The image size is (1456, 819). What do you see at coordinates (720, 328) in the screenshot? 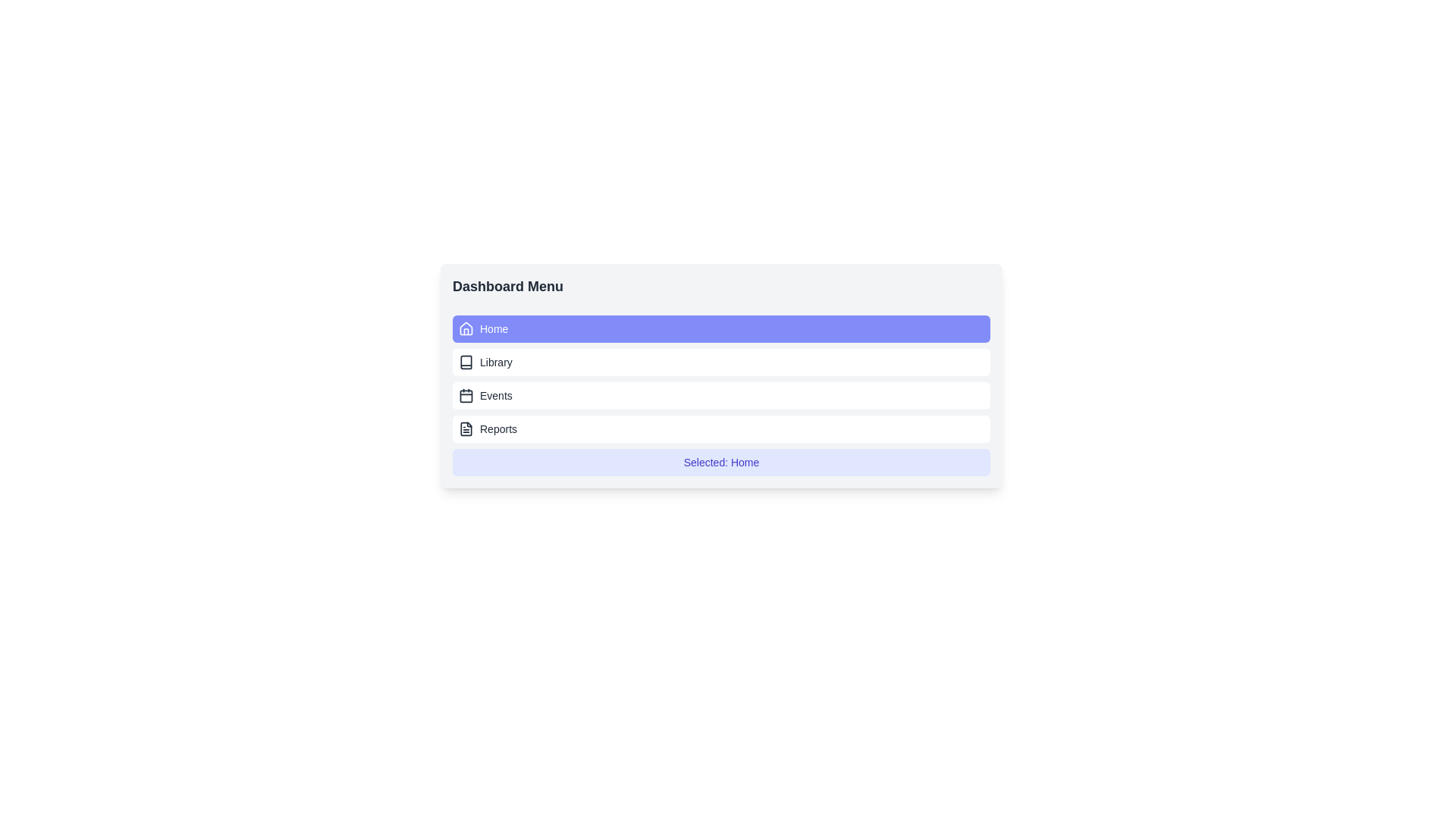
I see `the button labeled Home to select the corresponding menu item` at bounding box center [720, 328].